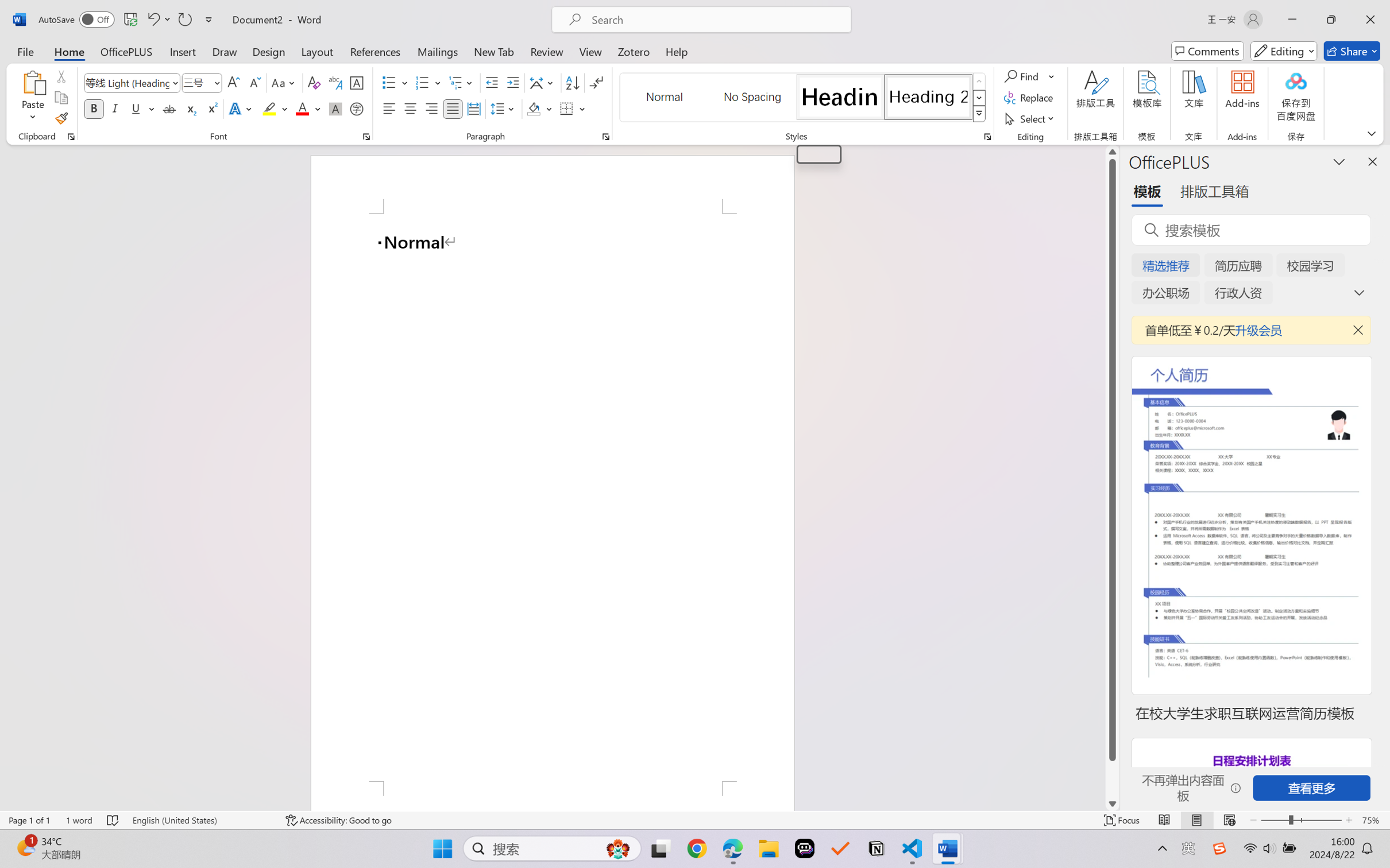 The width and height of the screenshot is (1390, 868). Describe the element at coordinates (79, 820) in the screenshot. I see `'Word Count 1 word'` at that location.